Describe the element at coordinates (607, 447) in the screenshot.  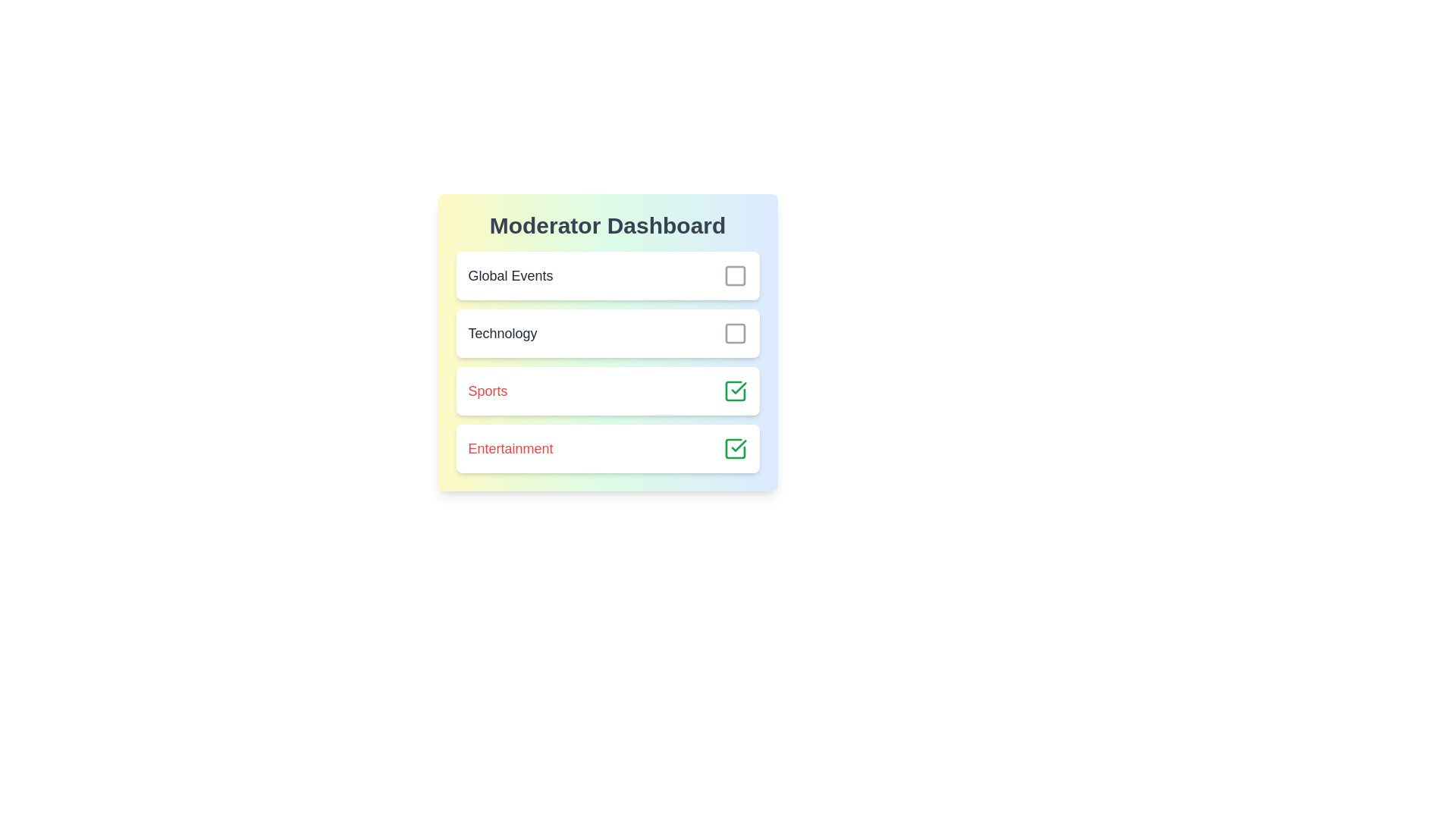
I see `the list item corresponding to Entertainment` at that location.